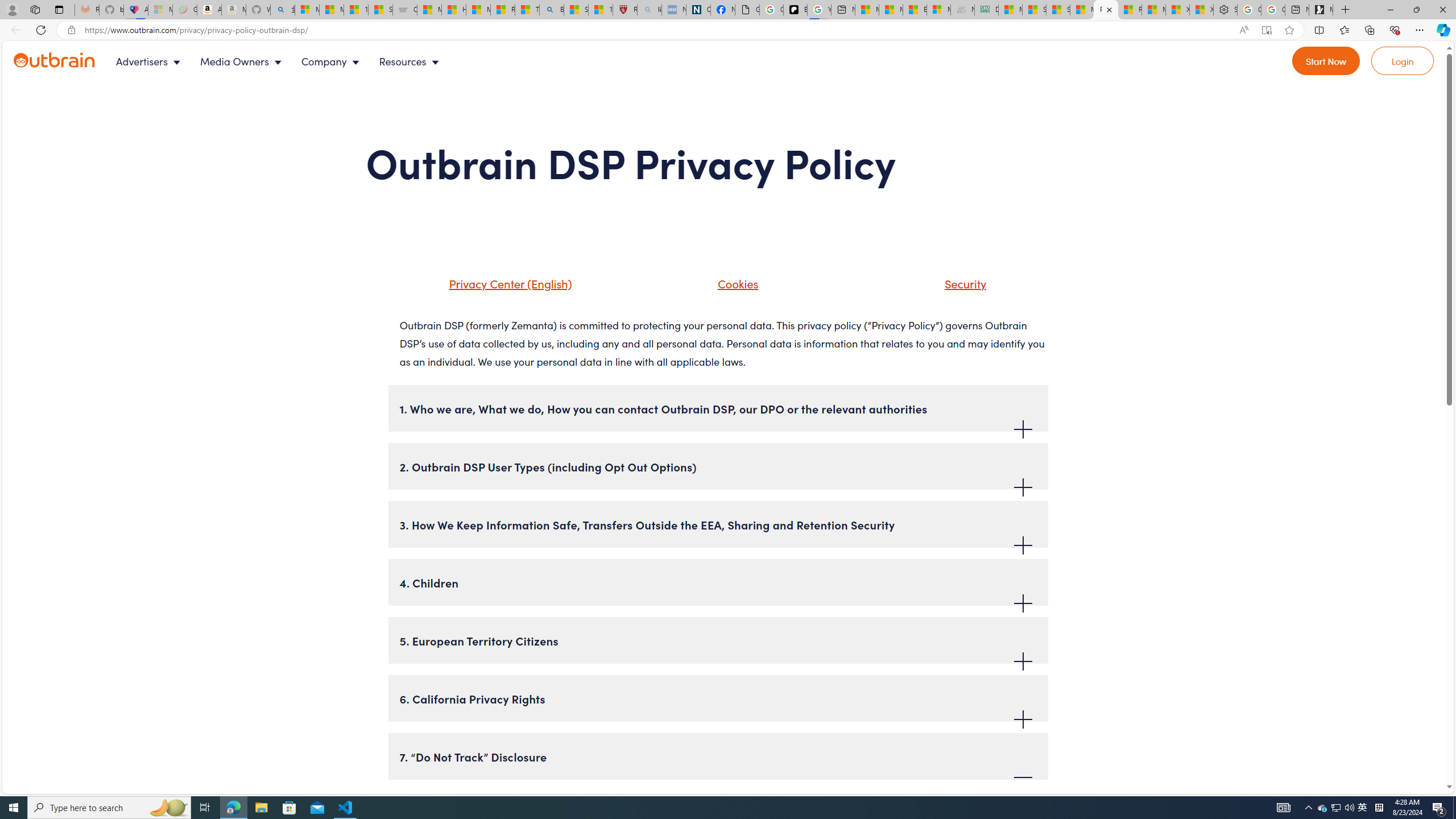  I want to click on 'Bing', so click(552, 9).